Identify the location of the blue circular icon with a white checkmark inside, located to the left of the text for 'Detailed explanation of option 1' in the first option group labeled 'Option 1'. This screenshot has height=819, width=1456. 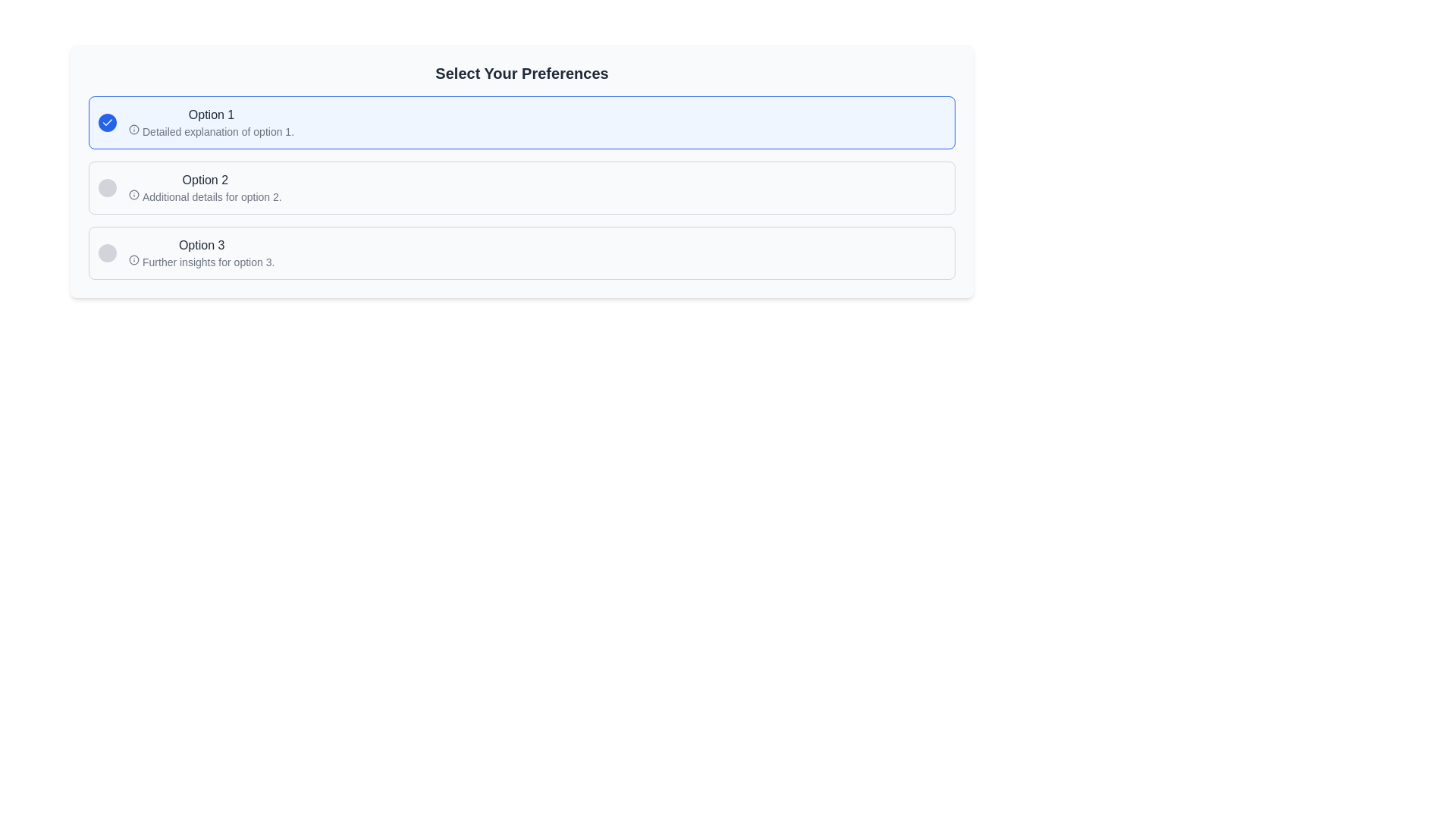
(107, 122).